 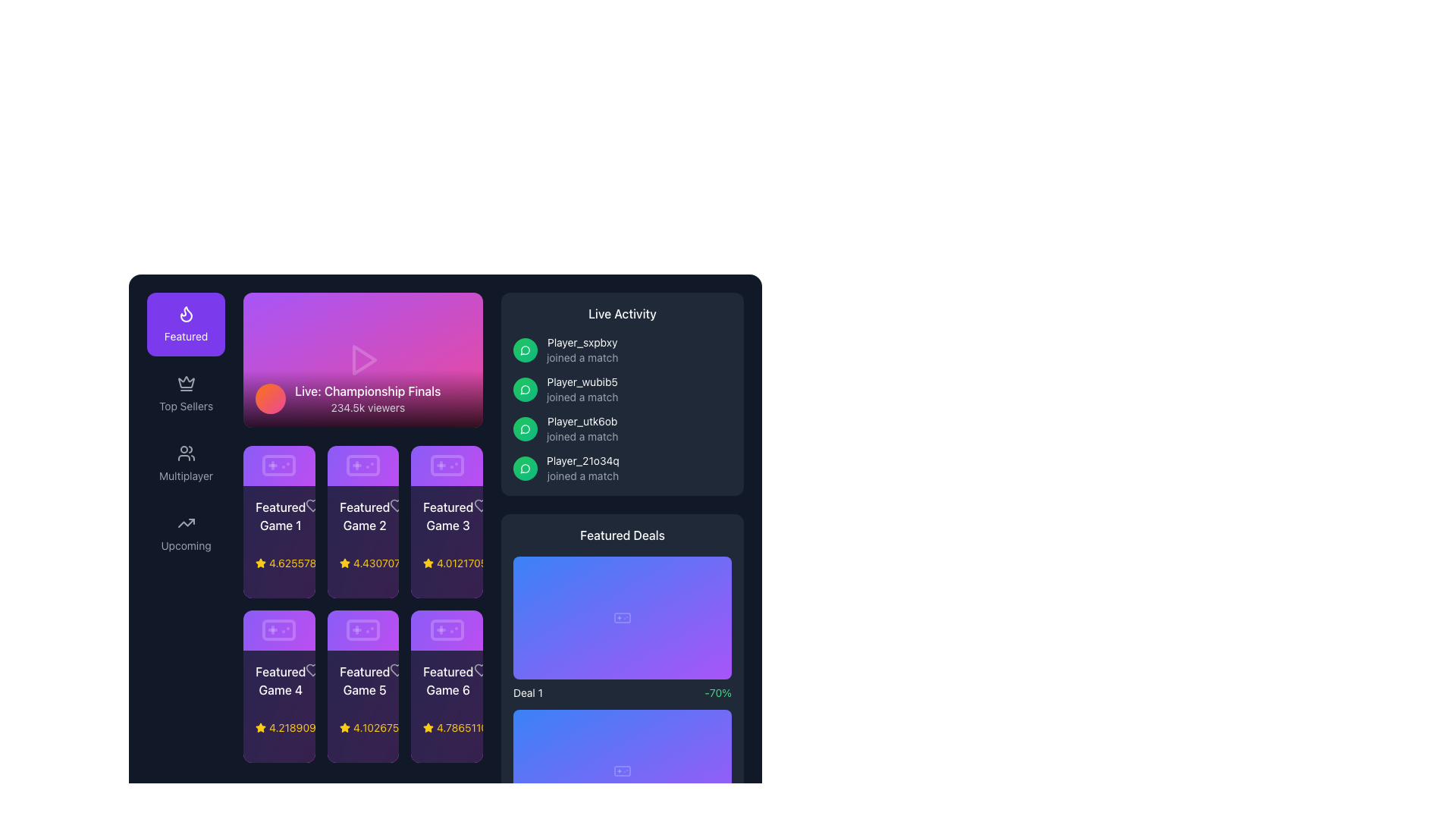 I want to click on the star icon that indicates the rating or highlight feature for 'Featured Game 6', located in the bottom row of the grid layout, so click(x=428, y=726).